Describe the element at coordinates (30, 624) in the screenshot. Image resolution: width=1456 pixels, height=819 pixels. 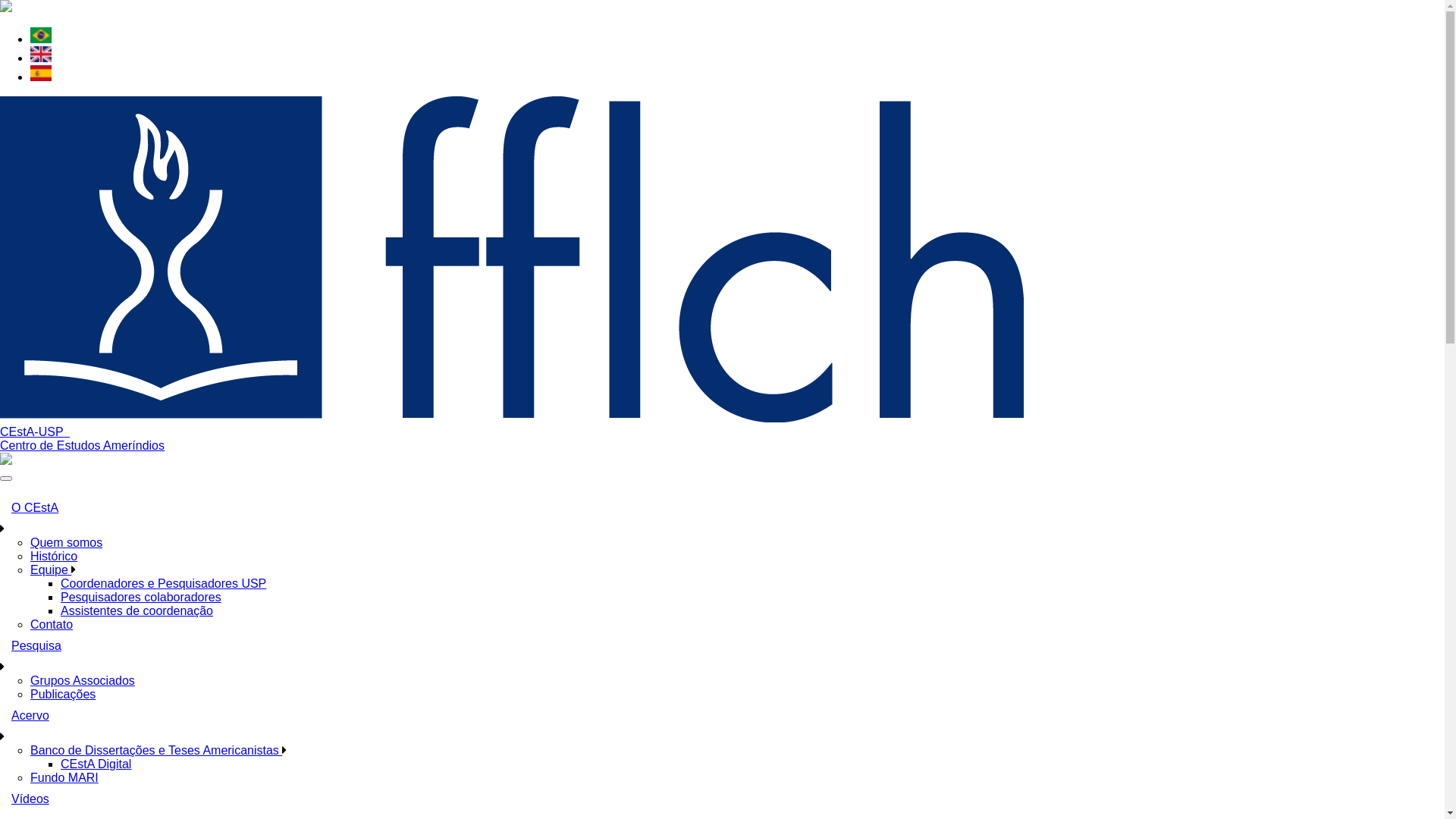
I see `'Contato'` at that location.